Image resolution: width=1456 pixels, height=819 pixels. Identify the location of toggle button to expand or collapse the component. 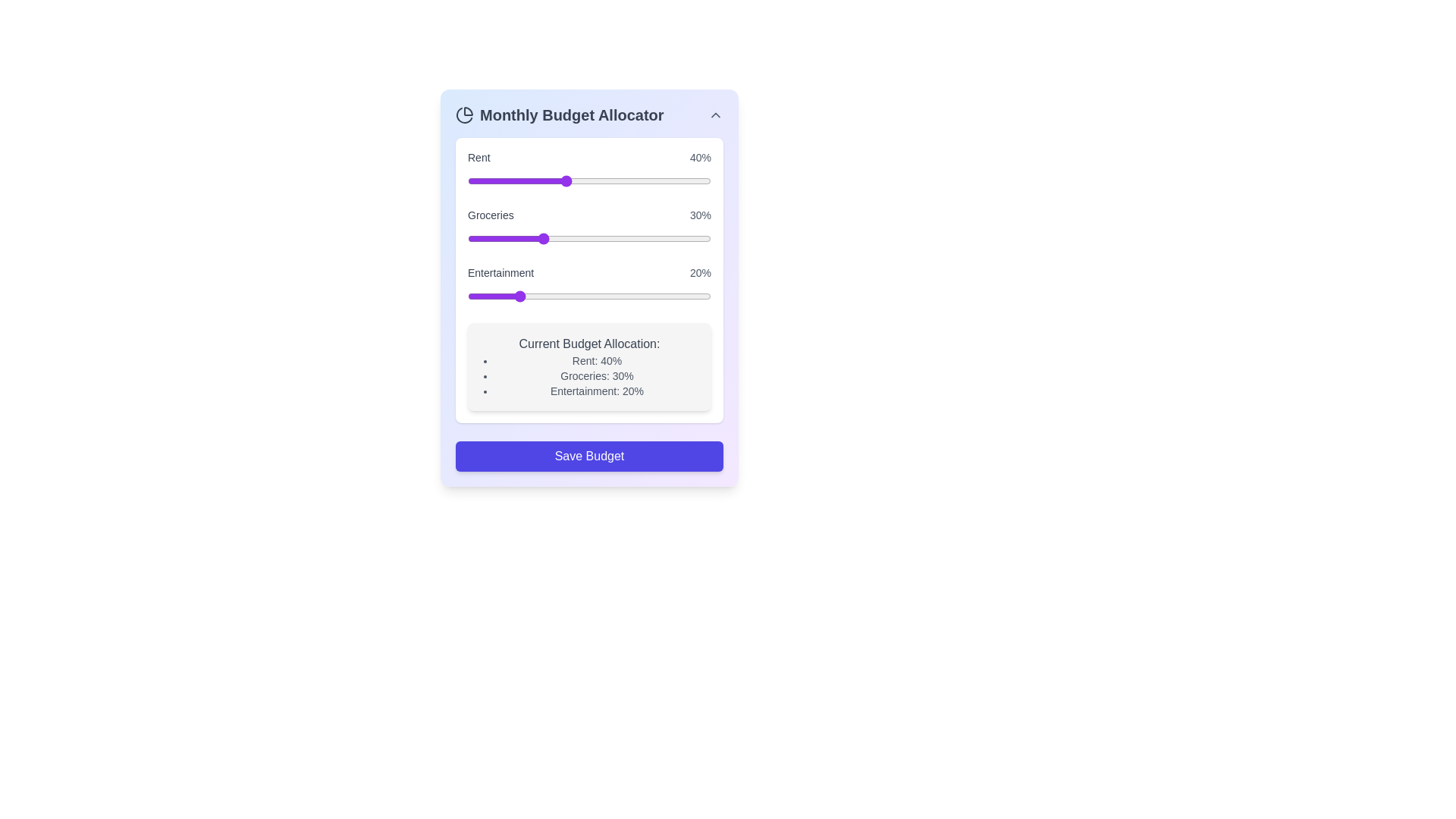
(715, 114).